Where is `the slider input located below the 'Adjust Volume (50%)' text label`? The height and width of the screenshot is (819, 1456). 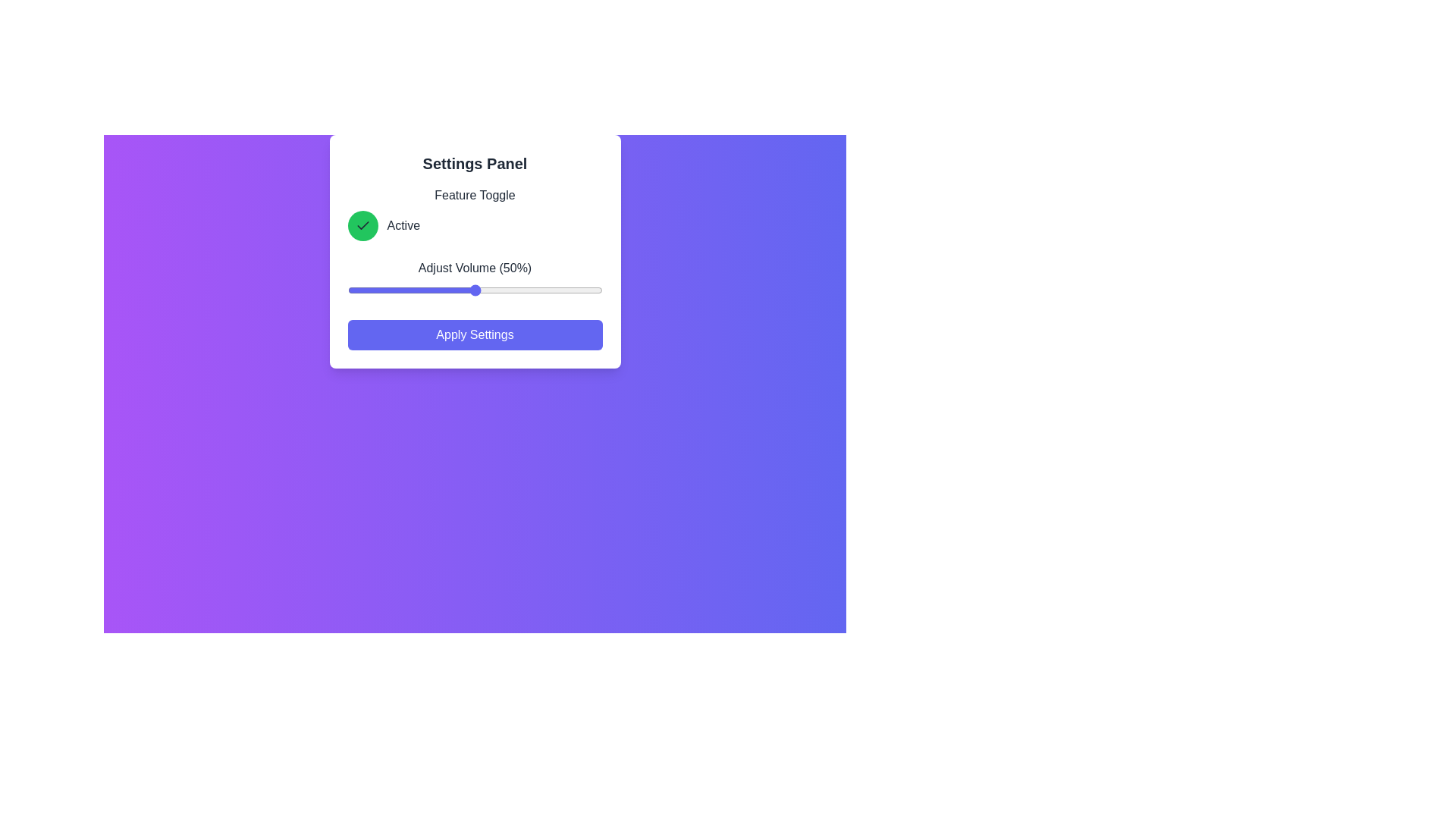
the slider input located below the 'Adjust Volume (50%)' text label is located at coordinates (474, 290).